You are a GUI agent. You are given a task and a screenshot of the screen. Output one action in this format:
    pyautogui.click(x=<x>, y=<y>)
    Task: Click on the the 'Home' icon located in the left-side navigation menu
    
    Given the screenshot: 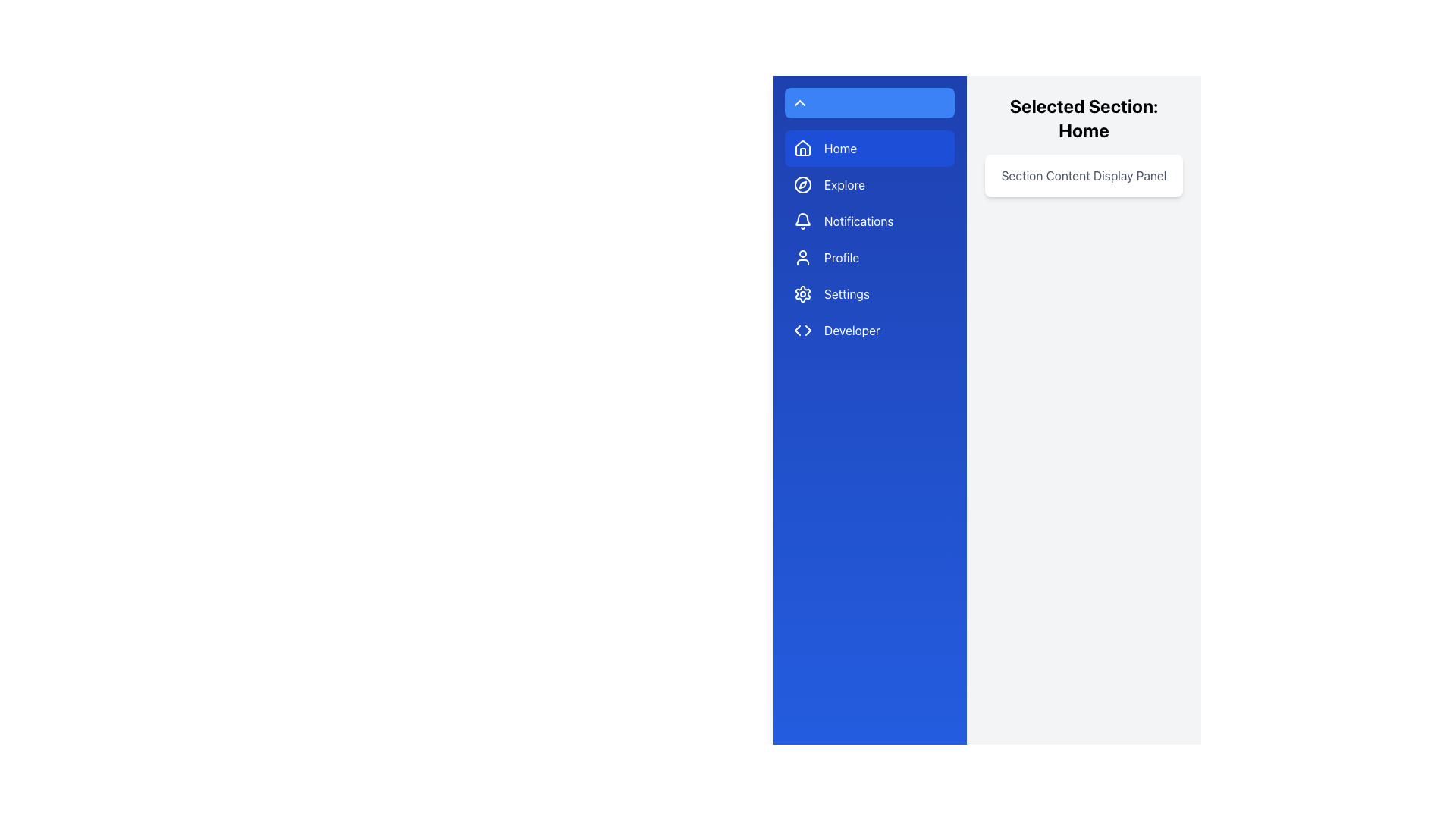 What is the action you would take?
    pyautogui.click(x=802, y=148)
    